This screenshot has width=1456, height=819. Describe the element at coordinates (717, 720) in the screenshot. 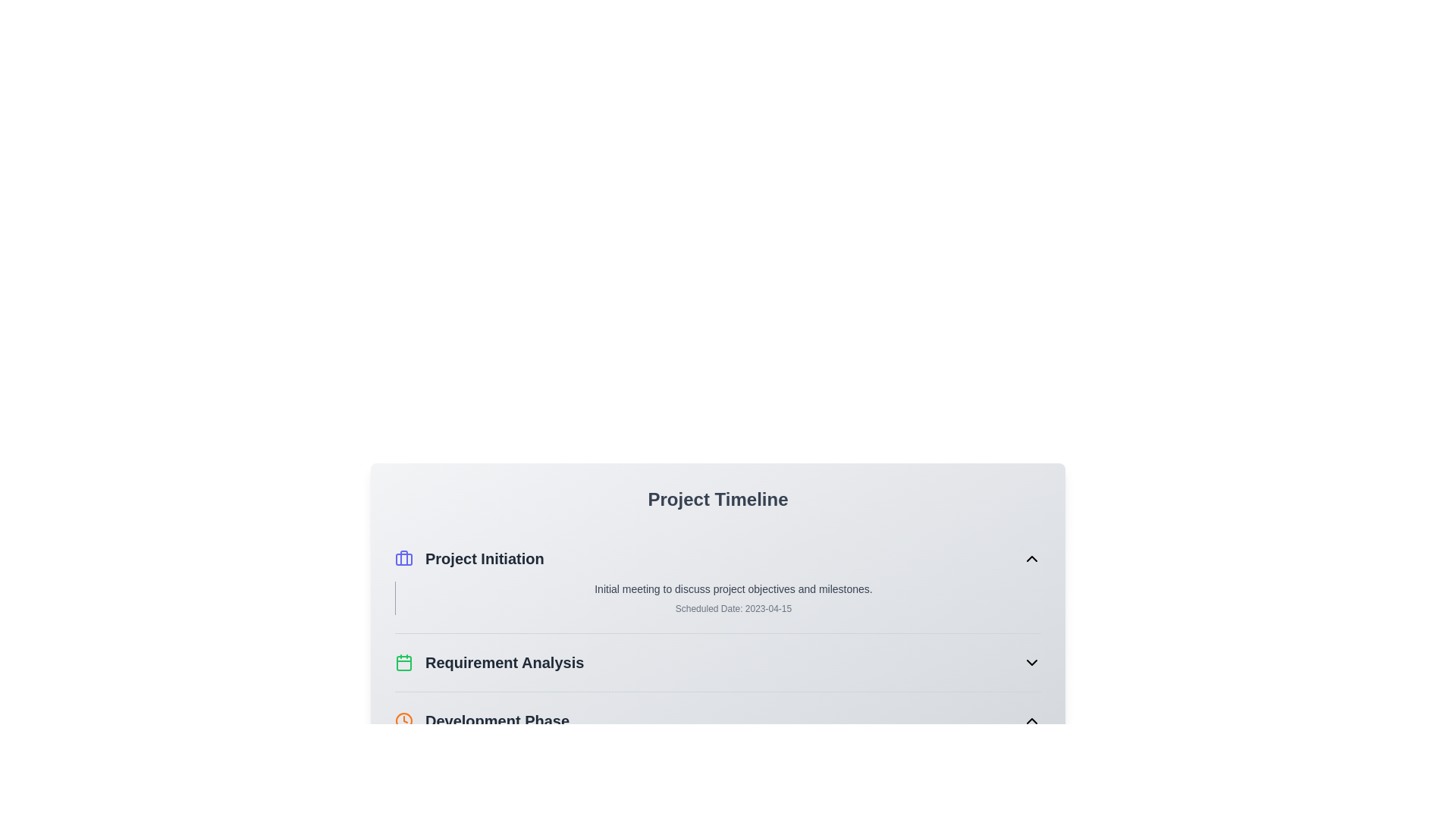

I see `the 'Development Phase' Collapsible Header` at that location.